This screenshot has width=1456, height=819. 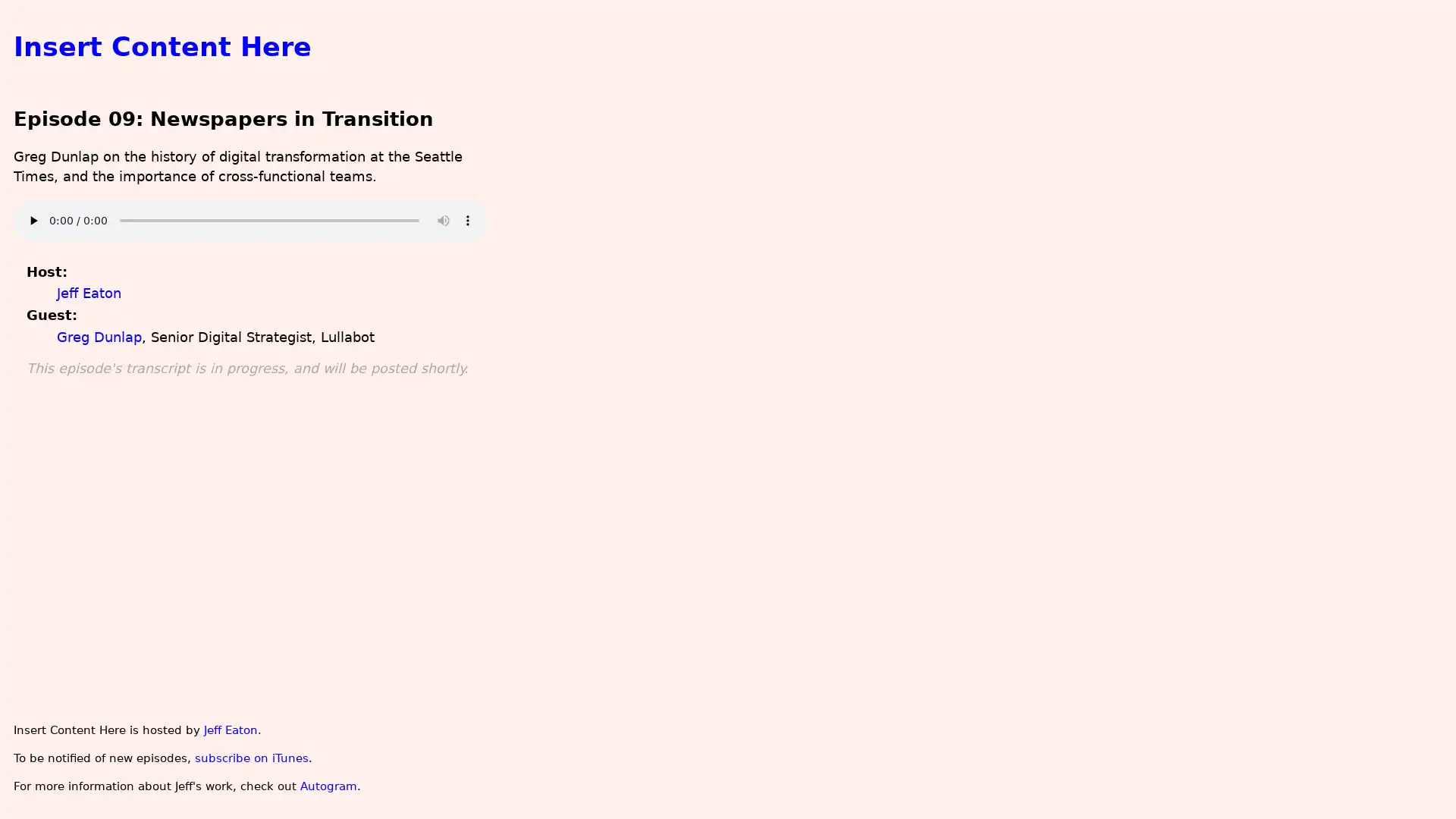 What do you see at coordinates (442, 220) in the screenshot?
I see `mute` at bounding box center [442, 220].